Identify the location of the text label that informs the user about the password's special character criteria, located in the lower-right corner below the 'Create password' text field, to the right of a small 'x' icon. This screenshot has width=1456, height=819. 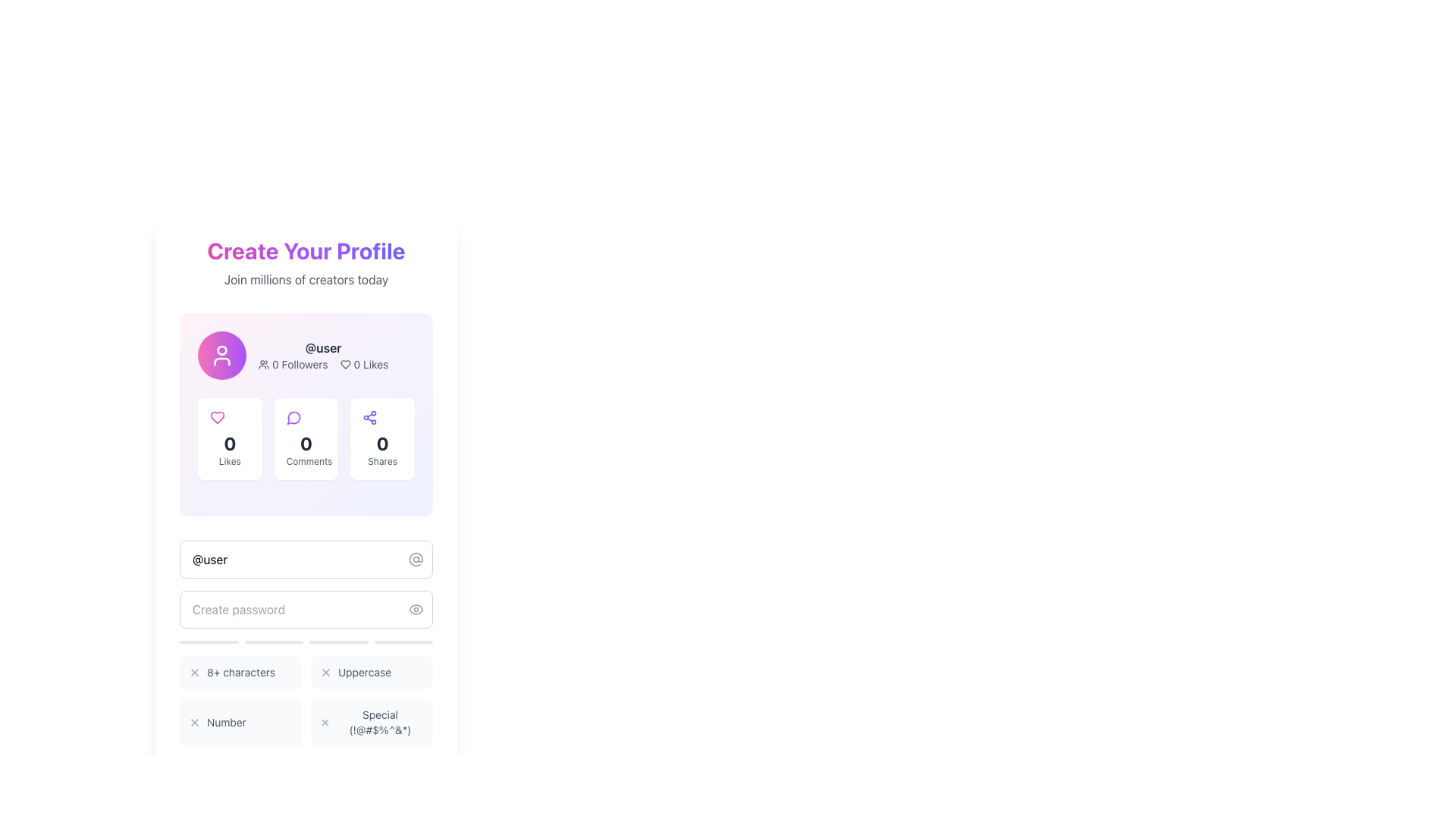
(380, 721).